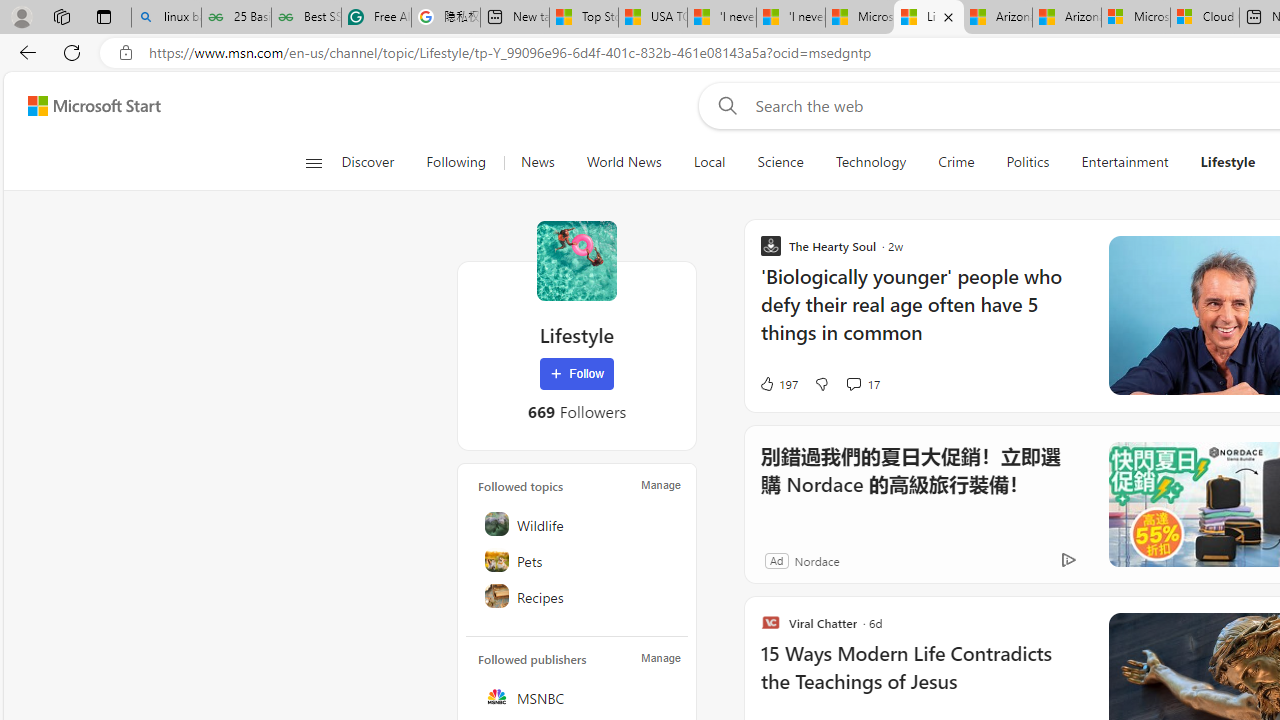  I want to click on 'Web search', so click(723, 105).